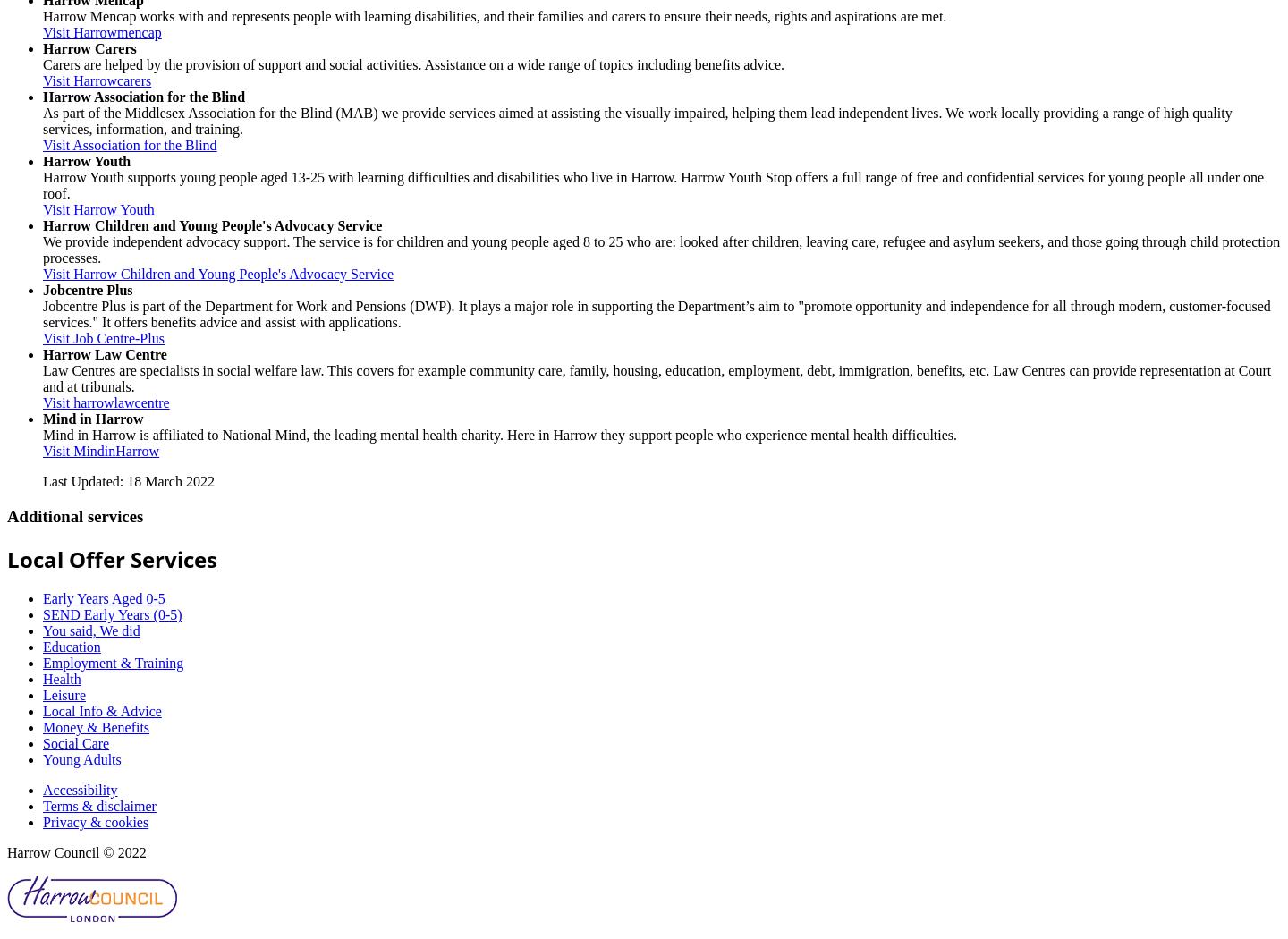 The image size is (1288, 939). What do you see at coordinates (72, 646) in the screenshot?
I see `'Education'` at bounding box center [72, 646].